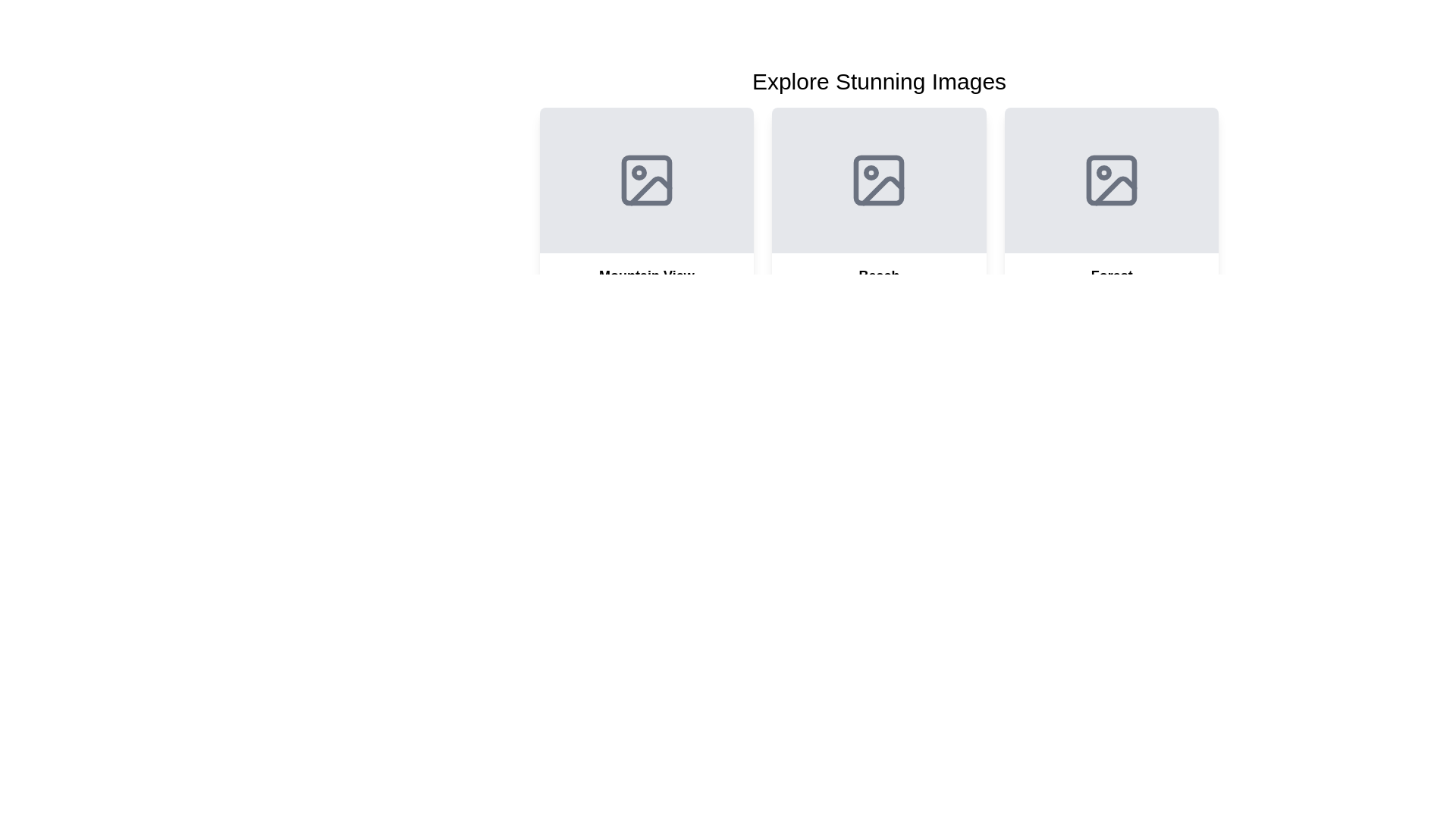  What do you see at coordinates (646, 180) in the screenshot?
I see `the 'Mountain View' icon, which is the first image placeholder among three icons in a gray-shaded square section` at bounding box center [646, 180].